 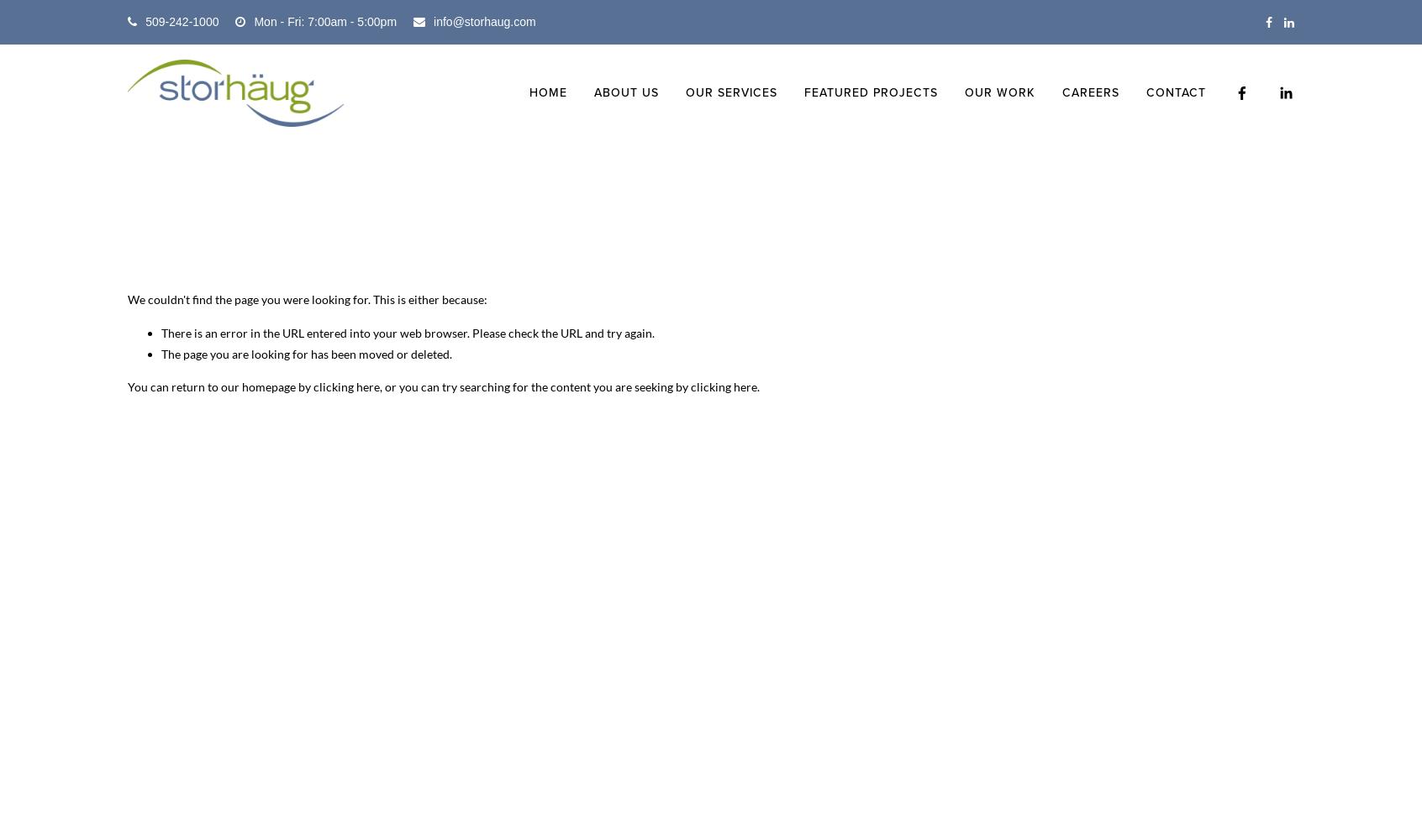 What do you see at coordinates (324, 22) in the screenshot?
I see `'Mon - Fri: 7:00am - 5:00pm'` at bounding box center [324, 22].